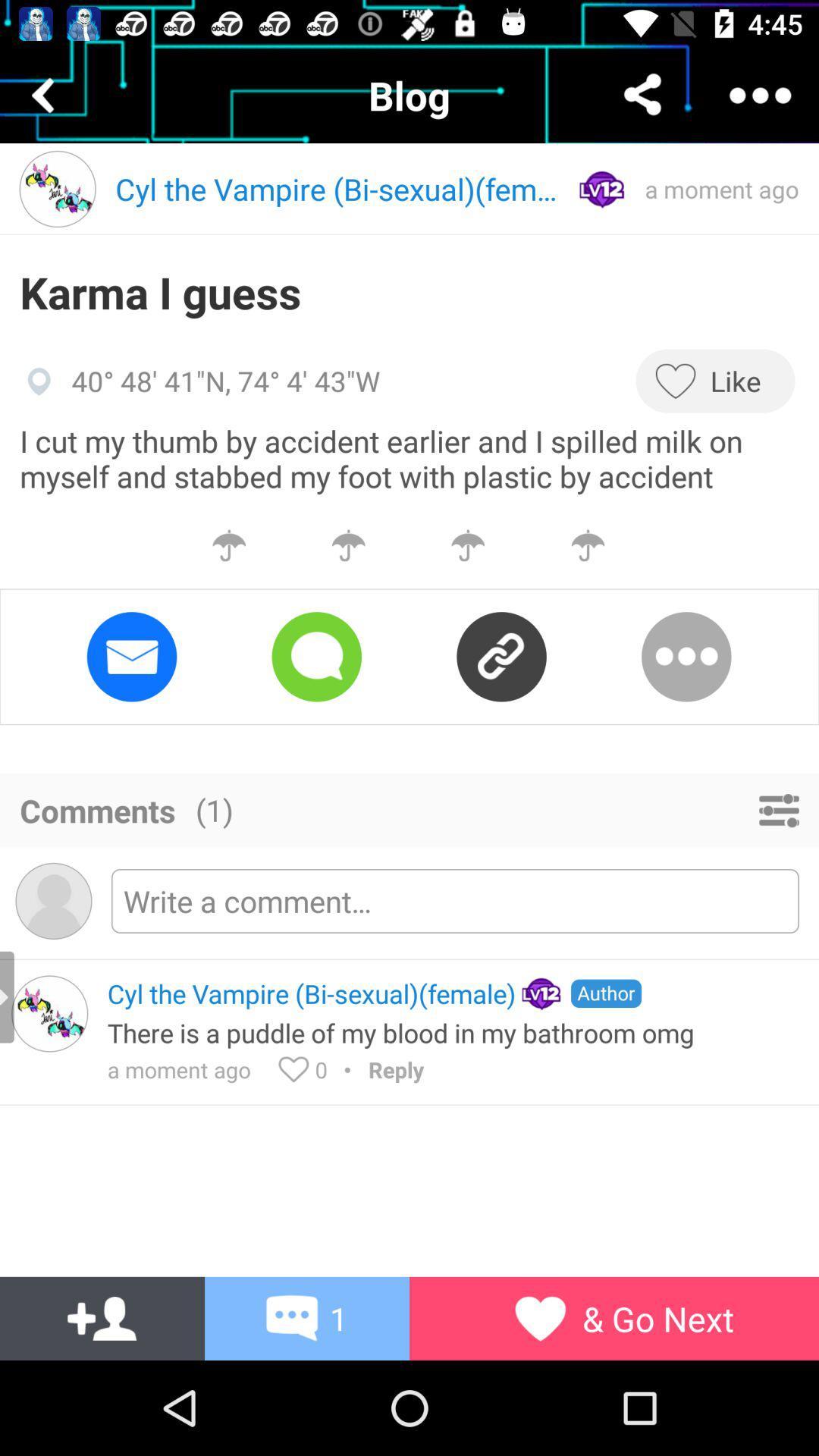  Describe the element at coordinates (102, 1317) in the screenshot. I see `the font icon` at that location.